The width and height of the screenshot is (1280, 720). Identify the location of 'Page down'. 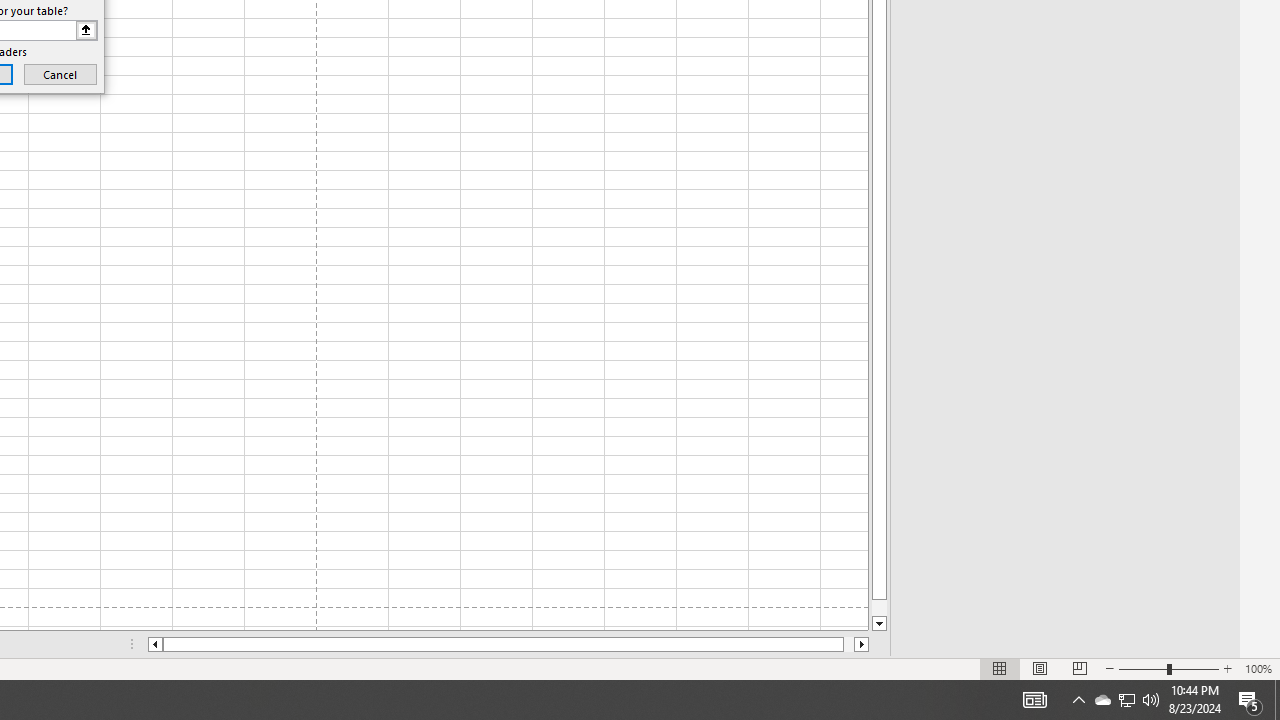
(879, 607).